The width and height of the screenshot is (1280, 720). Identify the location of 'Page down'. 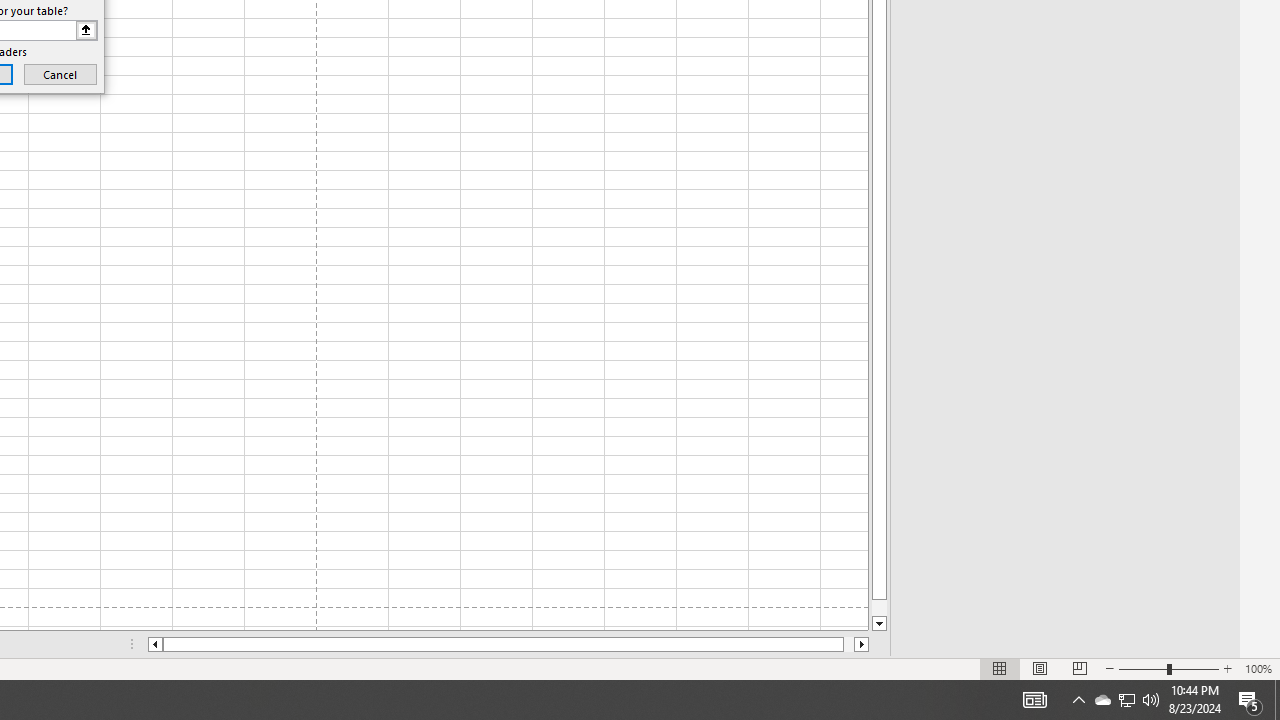
(879, 607).